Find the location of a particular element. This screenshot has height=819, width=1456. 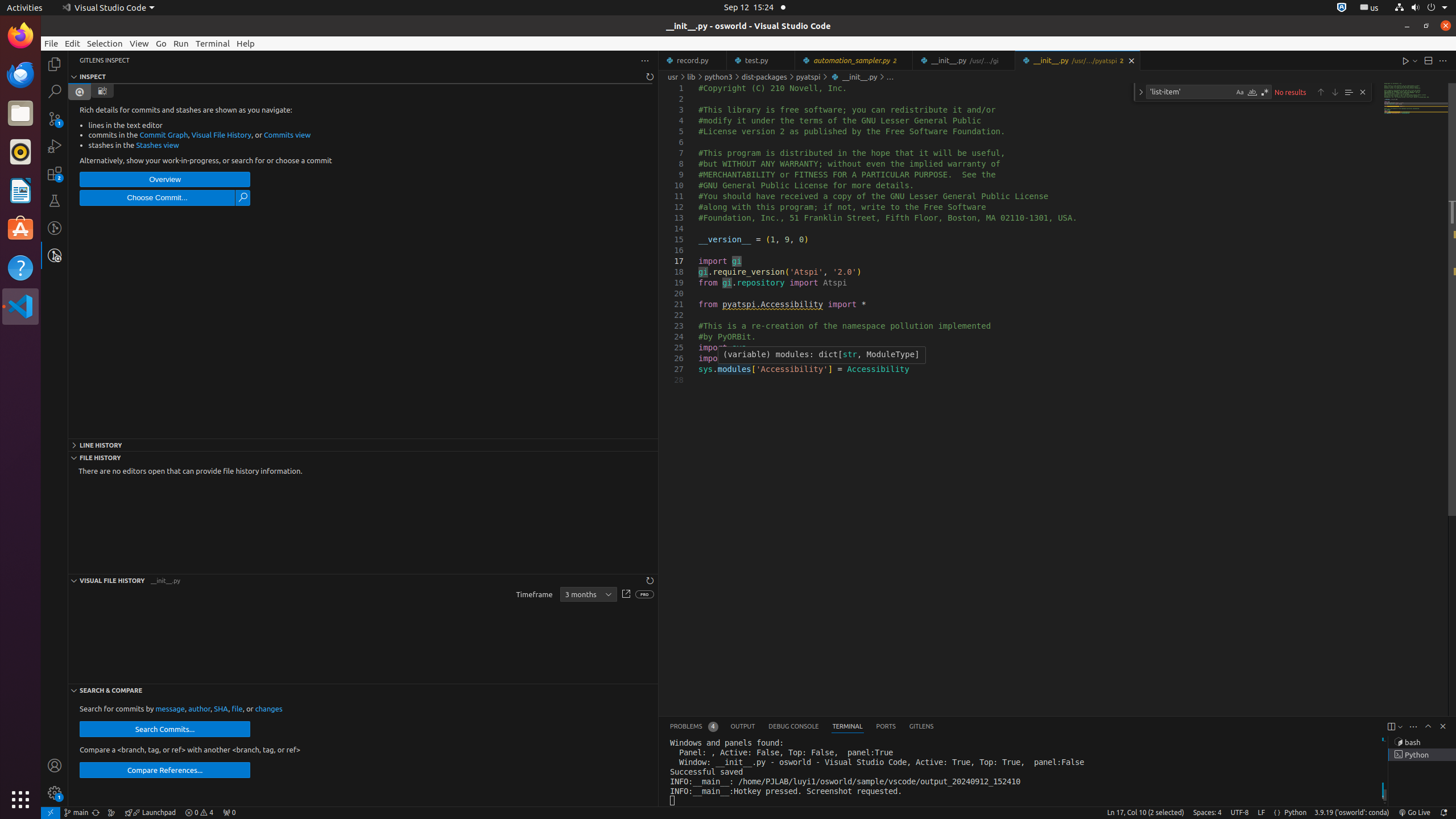

'rocket gitlens-unplug Launchpad, GitLens Launchpad ᴘʀᴇᴠɪᴇᴡ    &mdash;    [$(question)](command:gitlens.launchpad.indicator.action?%22info%22 "What is this?") [$(gear)](command:workbench.action.openSettings?%22gitlens.launchpad%22 "Settings")  |  [$(circle-slash) Hide](command:gitlens.launchpad.indicator.action?%22hide%22 "Hide") --- [Launchpad](command:gitlens.launchpad.indicator.action?%info%22 "Learn about Launchpad") organizes your pull requests into actionable groups to help you focus and keep your team unblocked. It' is located at coordinates (150, 812).